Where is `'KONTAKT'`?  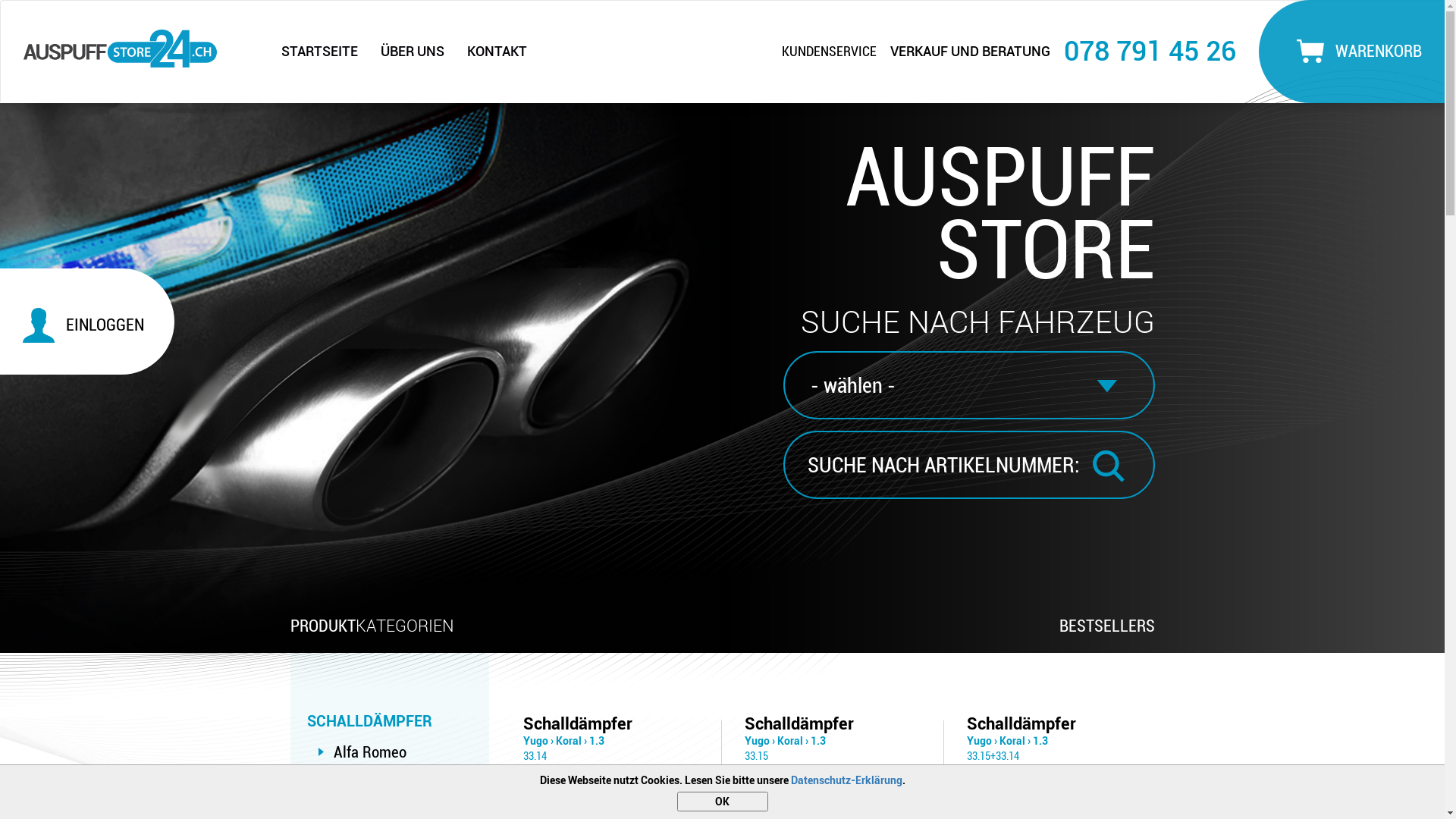
'KONTAKT' is located at coordinates (497, 51).